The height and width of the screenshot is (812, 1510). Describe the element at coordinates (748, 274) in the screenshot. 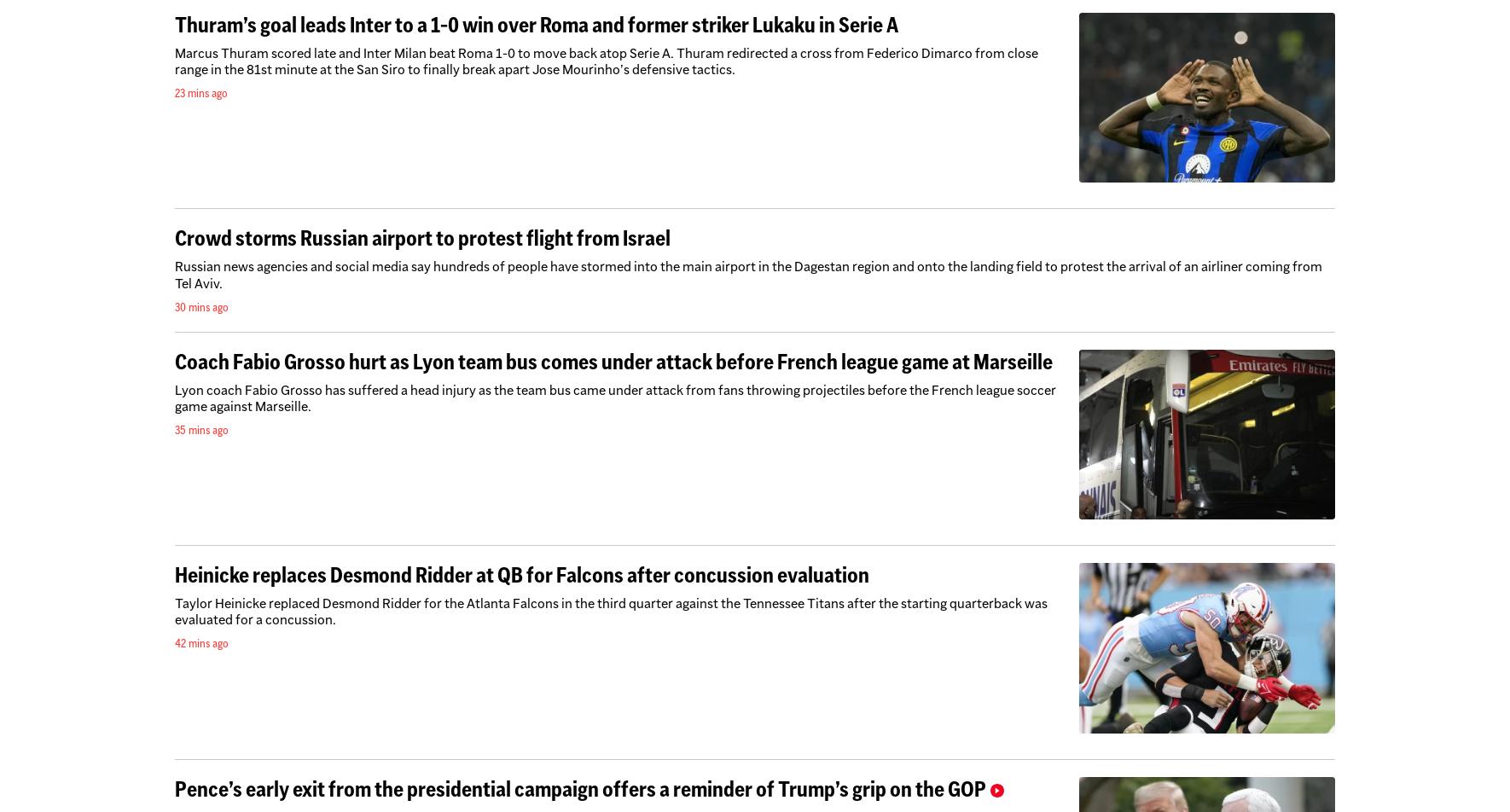

I see `'Russian news agencies and social media say hundreds of people have stormed into the main airport in the Dagestan region and onto the landing field to protest the arrival of an airliner coming from Tel Aviv.'` at that location.